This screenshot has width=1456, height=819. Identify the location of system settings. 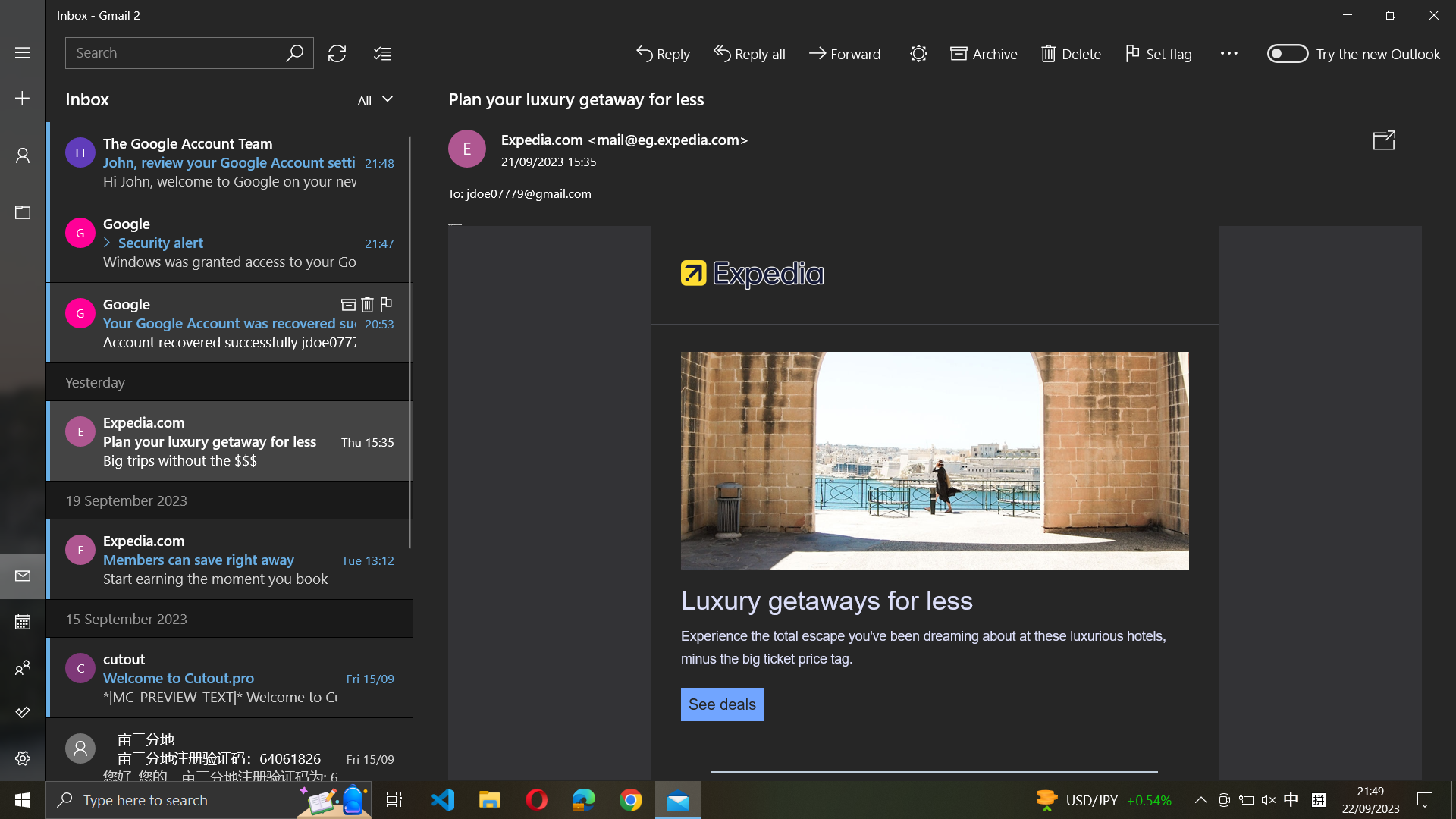
(22, 760).